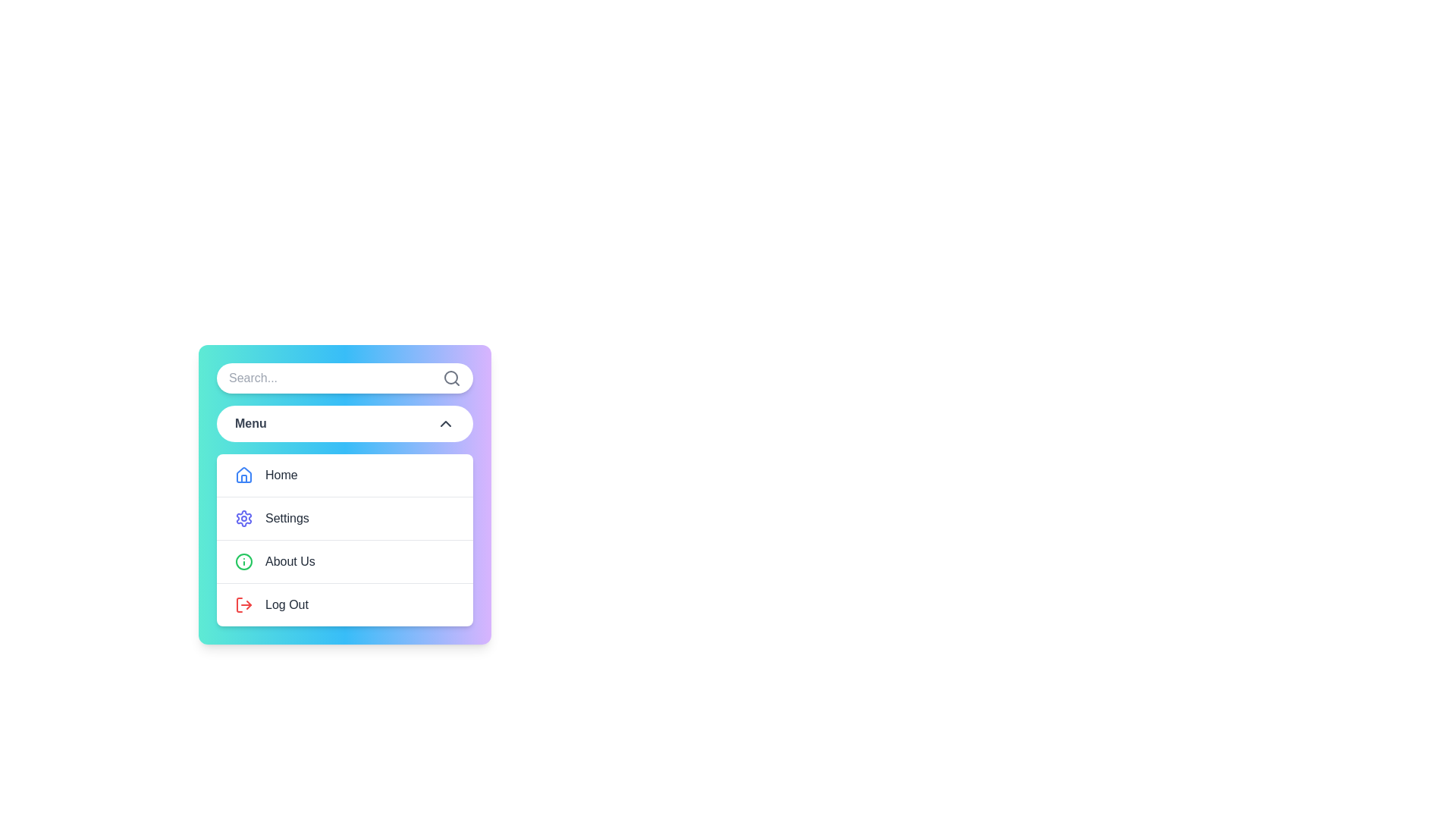  Describe the element at coordinates (243, 604) in the screenshot. I see `the log-out icon, which is a prominent red arrow pointing to the right, located to the left of the 'Log Out' text label in the menu` at that location.